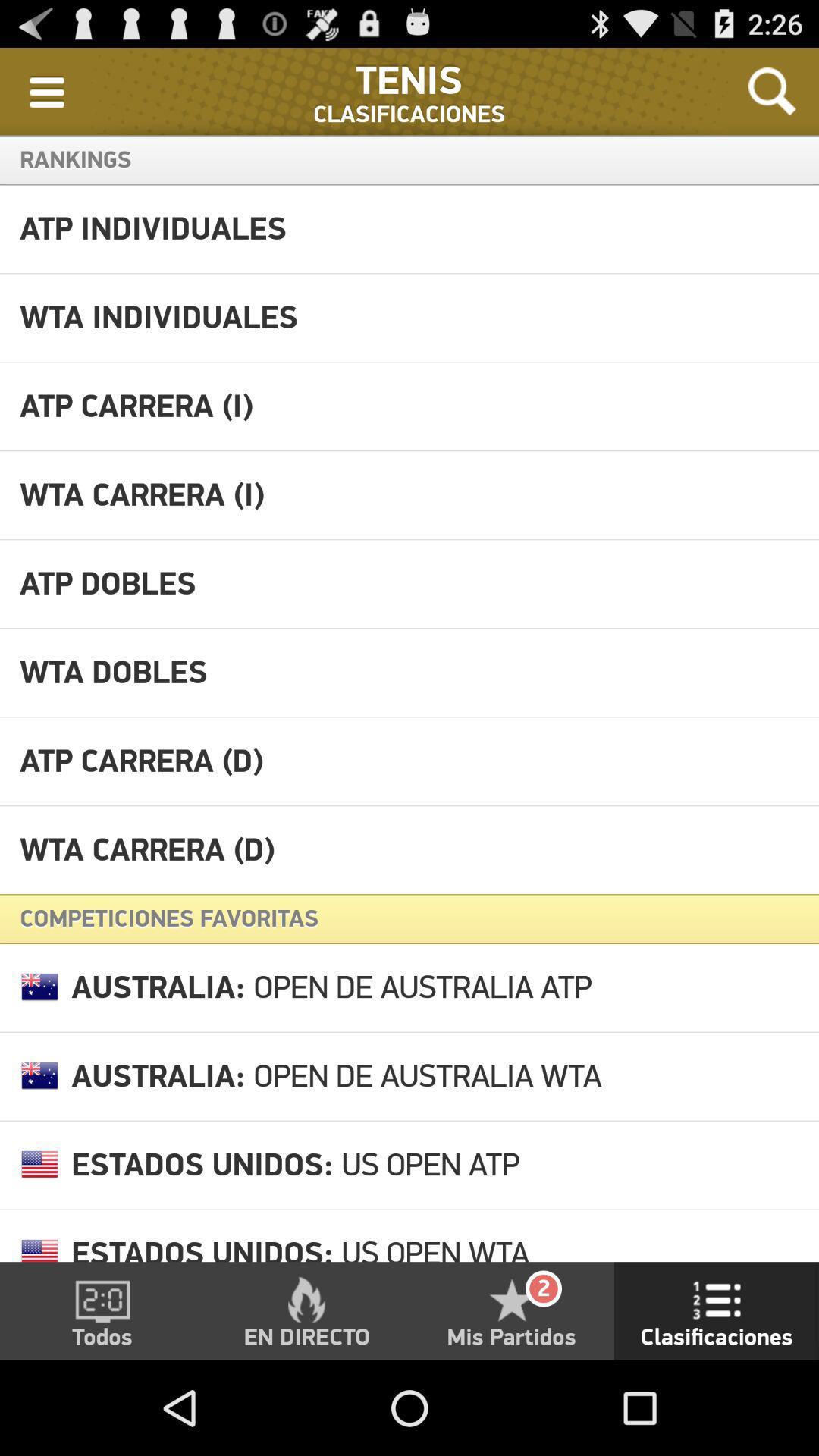 The width and height of the screenshot is (819, 1456). I want to click on the item to the right of clasificaciones icon, so click(772, 90).